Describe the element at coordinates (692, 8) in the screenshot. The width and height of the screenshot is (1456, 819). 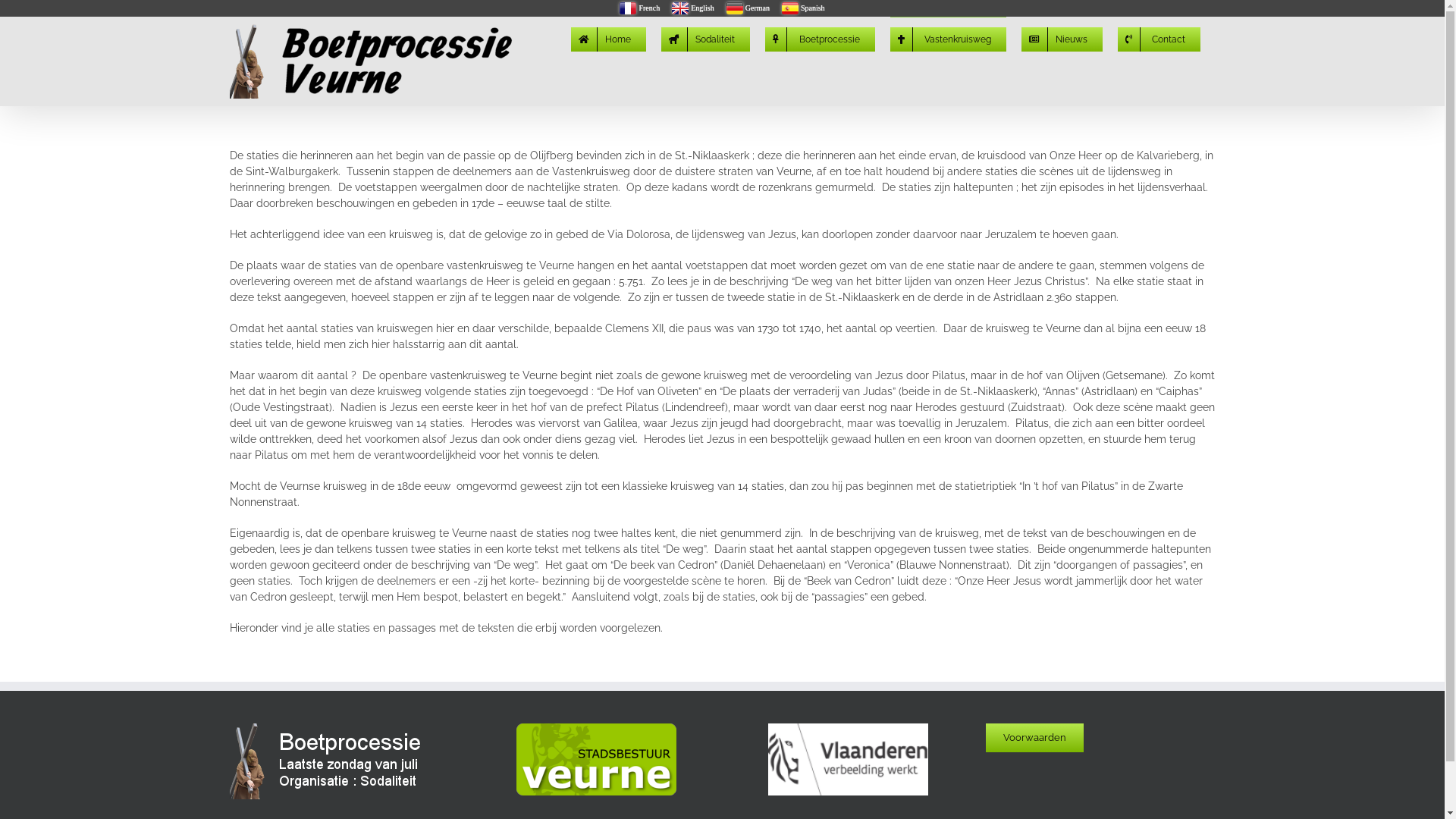
I see `'English'` at that location.